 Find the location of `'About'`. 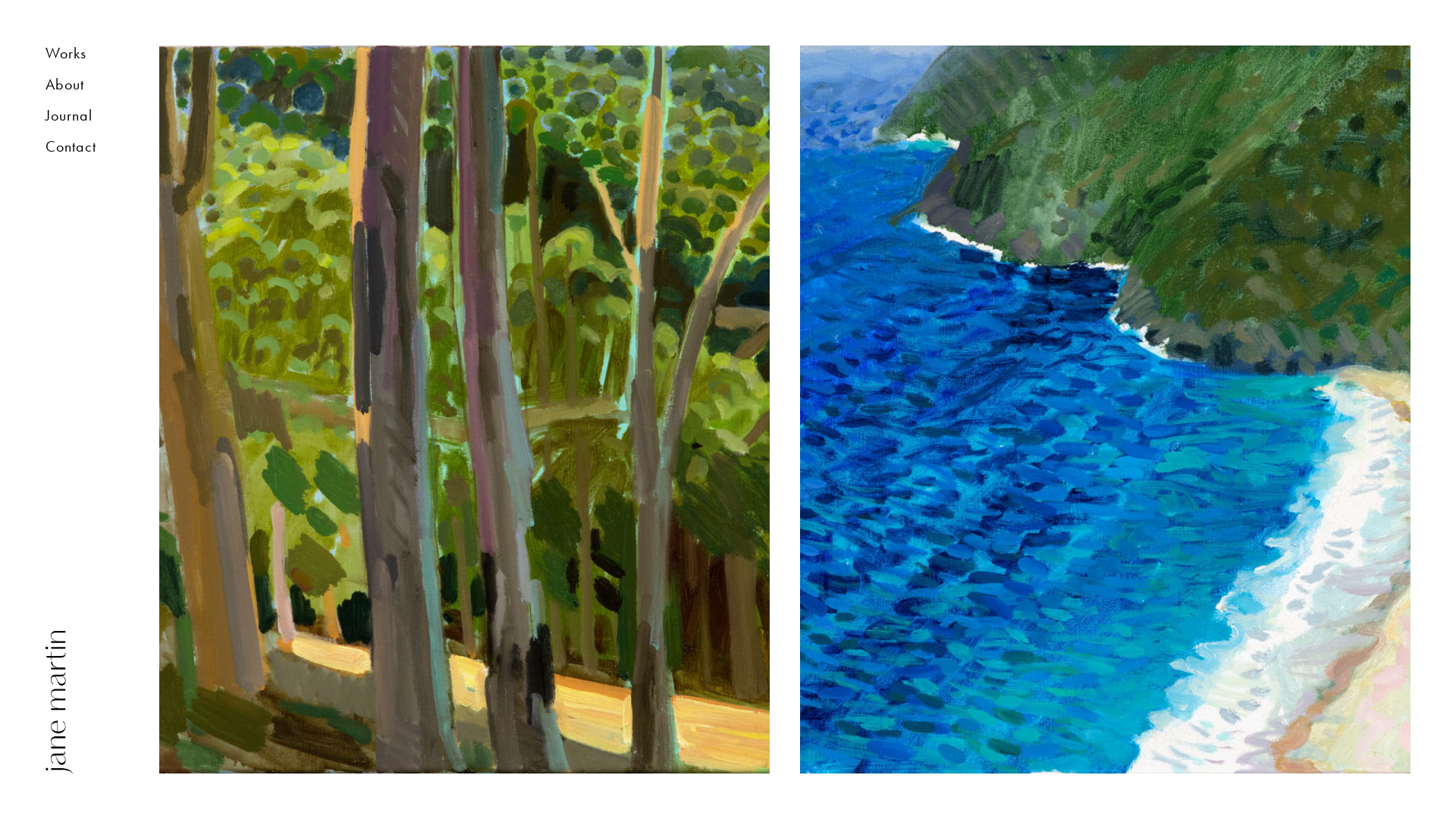

'About' is located at coordinates (79, 88).